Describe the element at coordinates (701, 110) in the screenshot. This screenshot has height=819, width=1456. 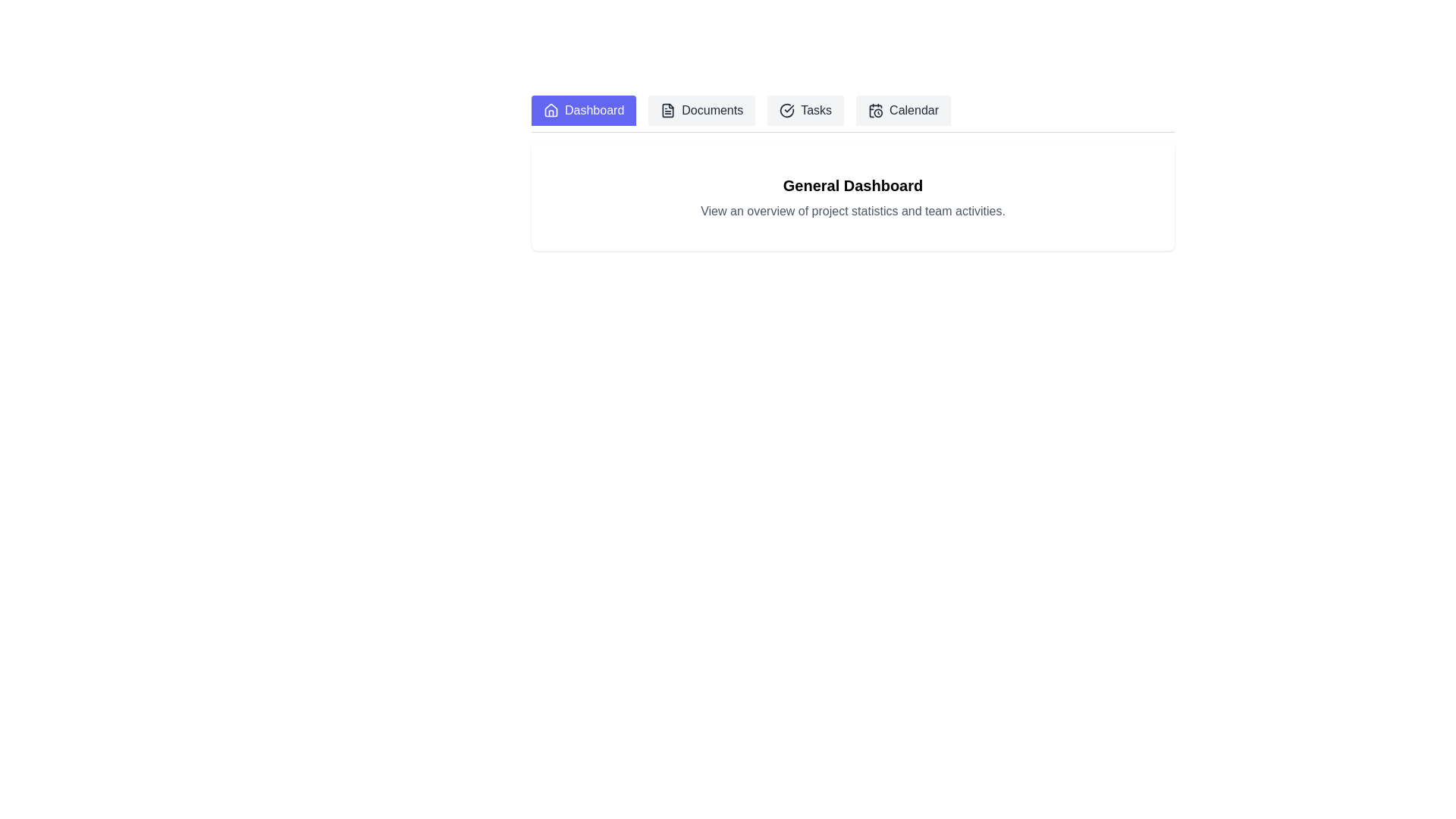
I see `the 'Documents' tab in the navigation menu` at that location.